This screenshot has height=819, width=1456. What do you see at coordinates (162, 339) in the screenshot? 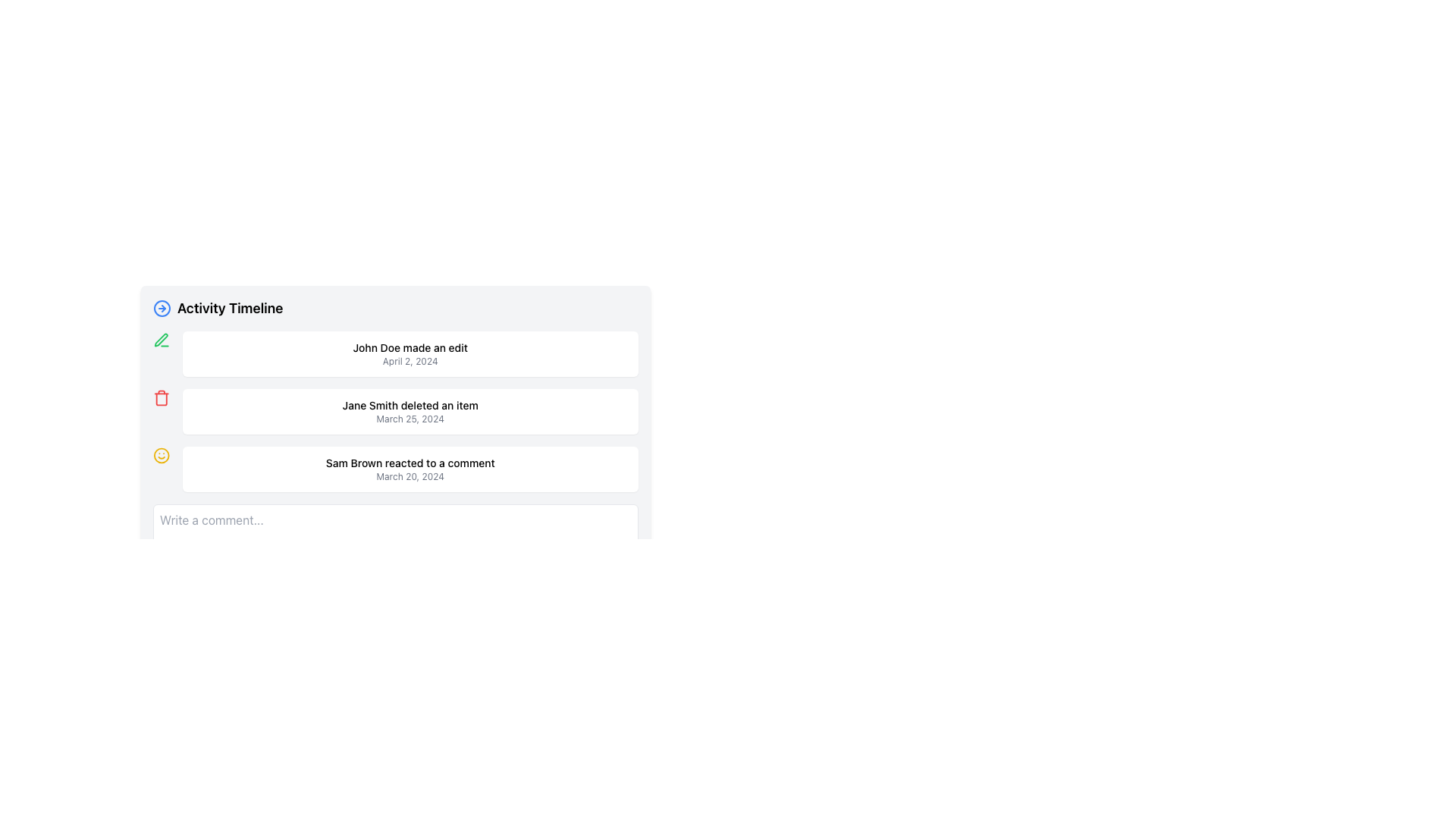
I see `the editing action icon located at the start of the 'John Doe made an edit' entry in the activity timeline list for detailed action` at bounding box center [162, 339].